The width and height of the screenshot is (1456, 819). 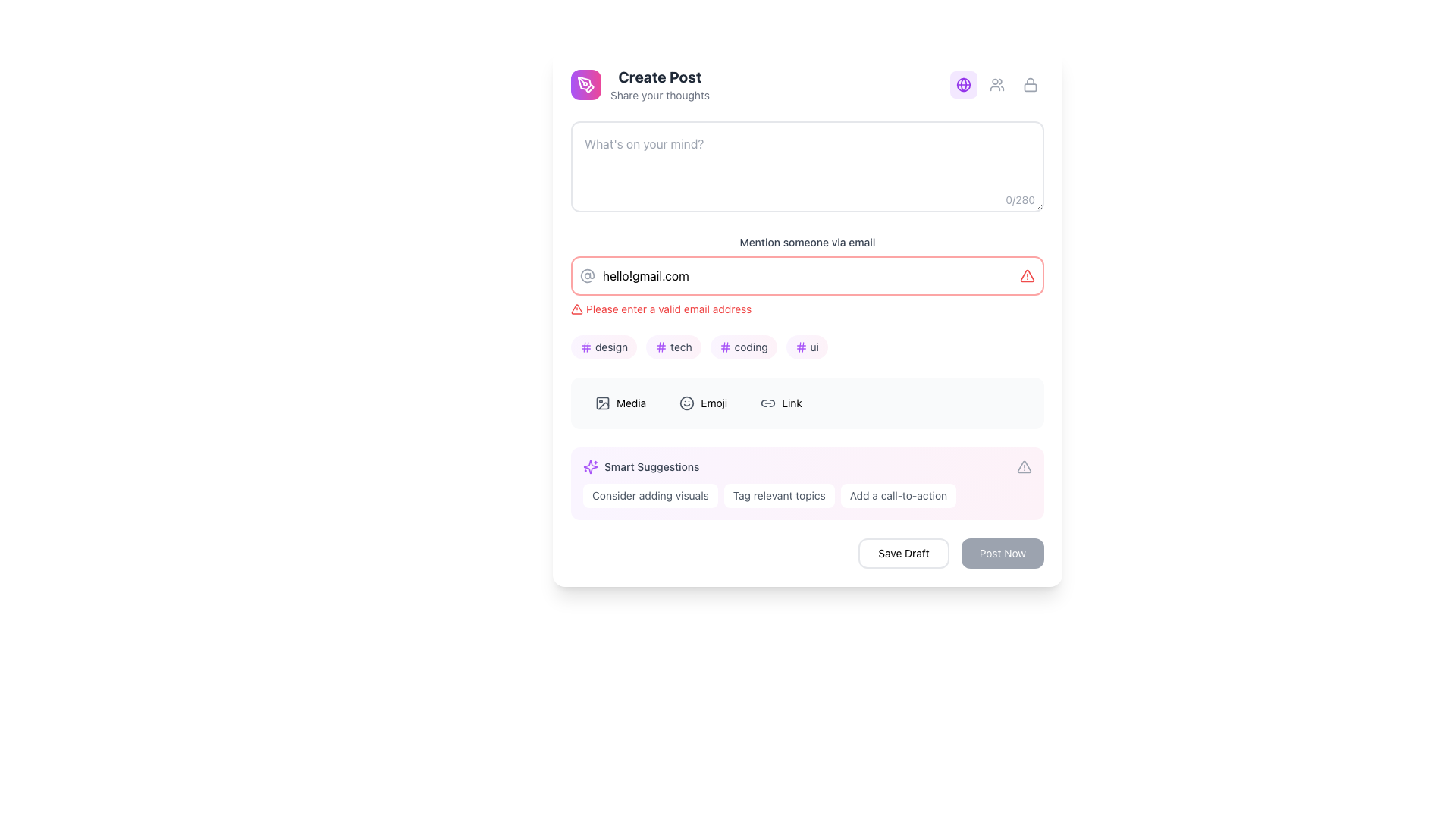 What do you see at coordinates (651, 466) in the screenshot?
I see `the 'Smart Suggestions' label, which is displayed in a medium-sized gray font on a pastel background, located to the right of a purple sparkles icon in the bottom part of the interface` at bounding box center [651, 466].